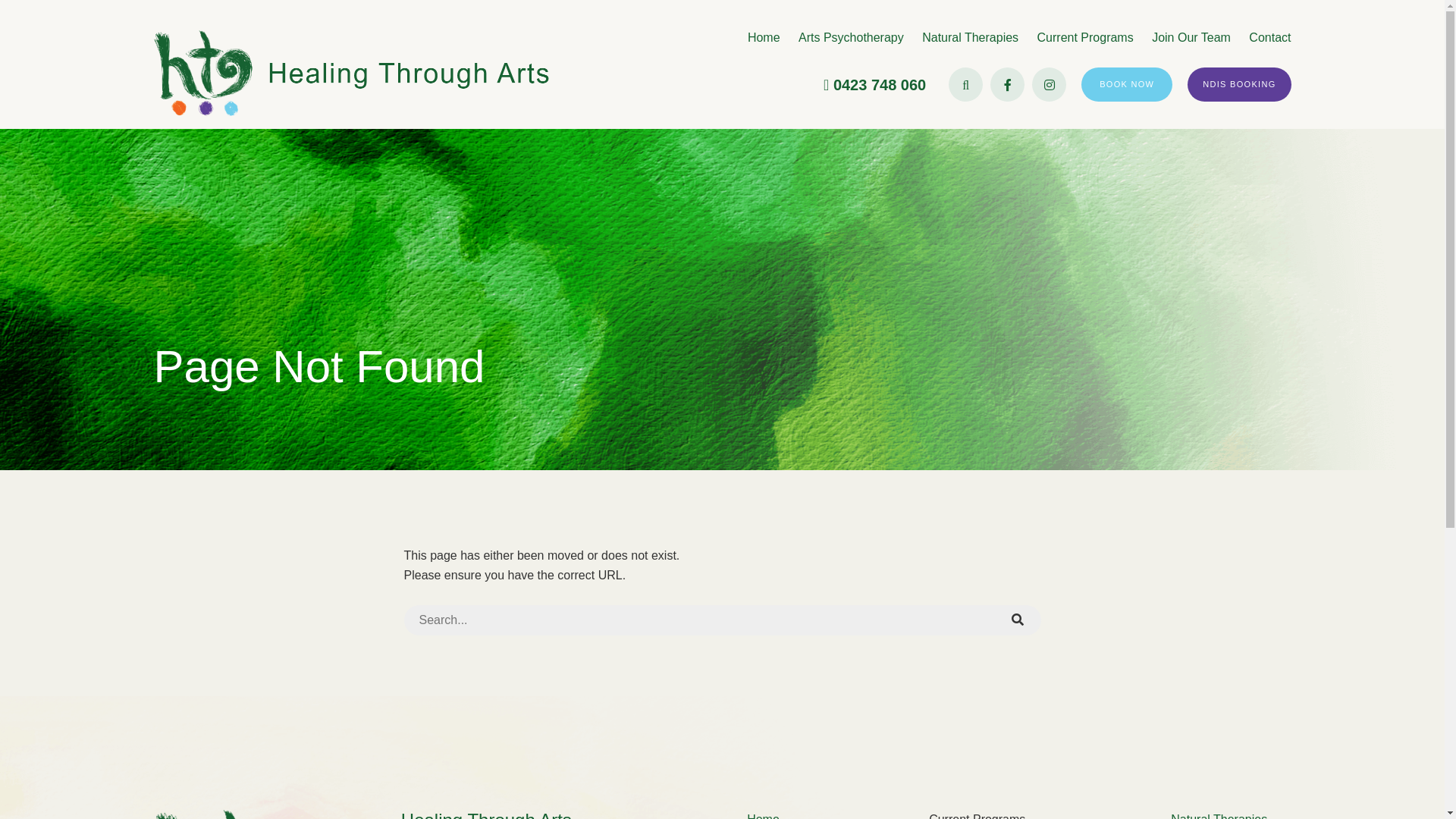 The image size is (1456, 819). I want to click on '0423 748 060', so click(880, 84).